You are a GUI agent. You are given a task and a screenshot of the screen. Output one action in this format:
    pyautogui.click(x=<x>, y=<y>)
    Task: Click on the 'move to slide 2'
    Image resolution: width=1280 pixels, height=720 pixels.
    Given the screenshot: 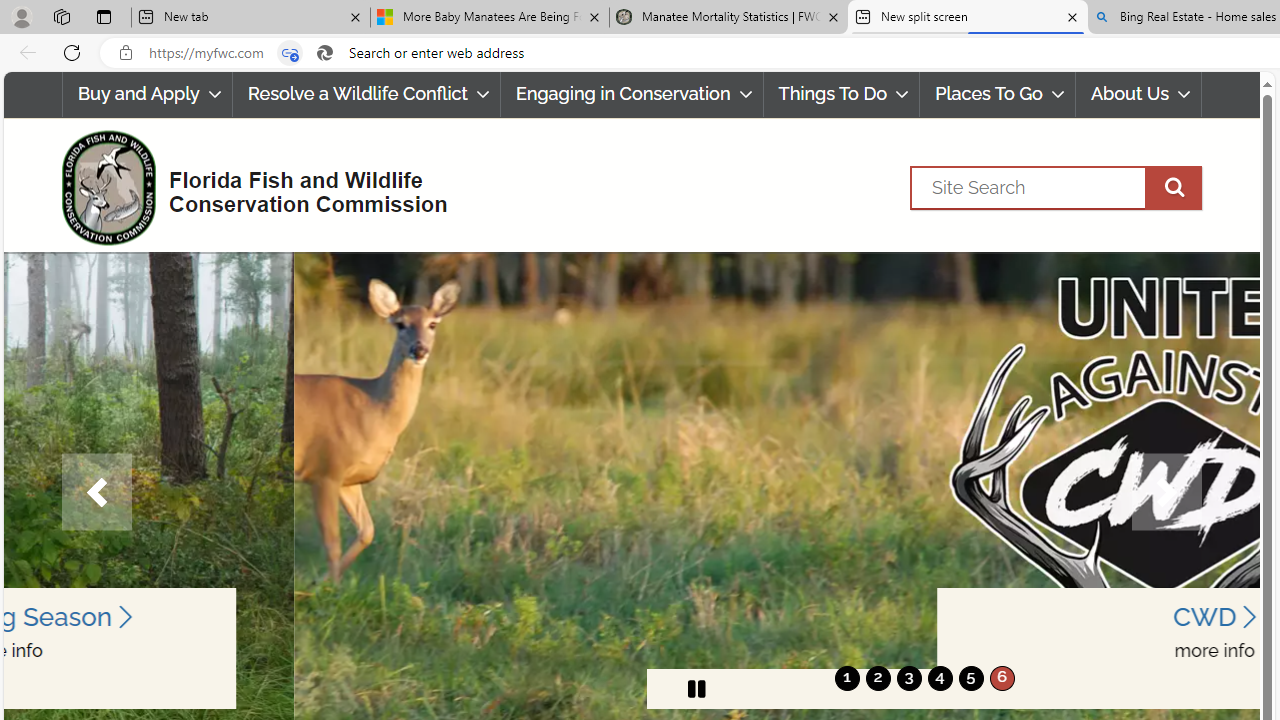 What is the action you would take?
    pyautogui.click(x=878, y=677)
    